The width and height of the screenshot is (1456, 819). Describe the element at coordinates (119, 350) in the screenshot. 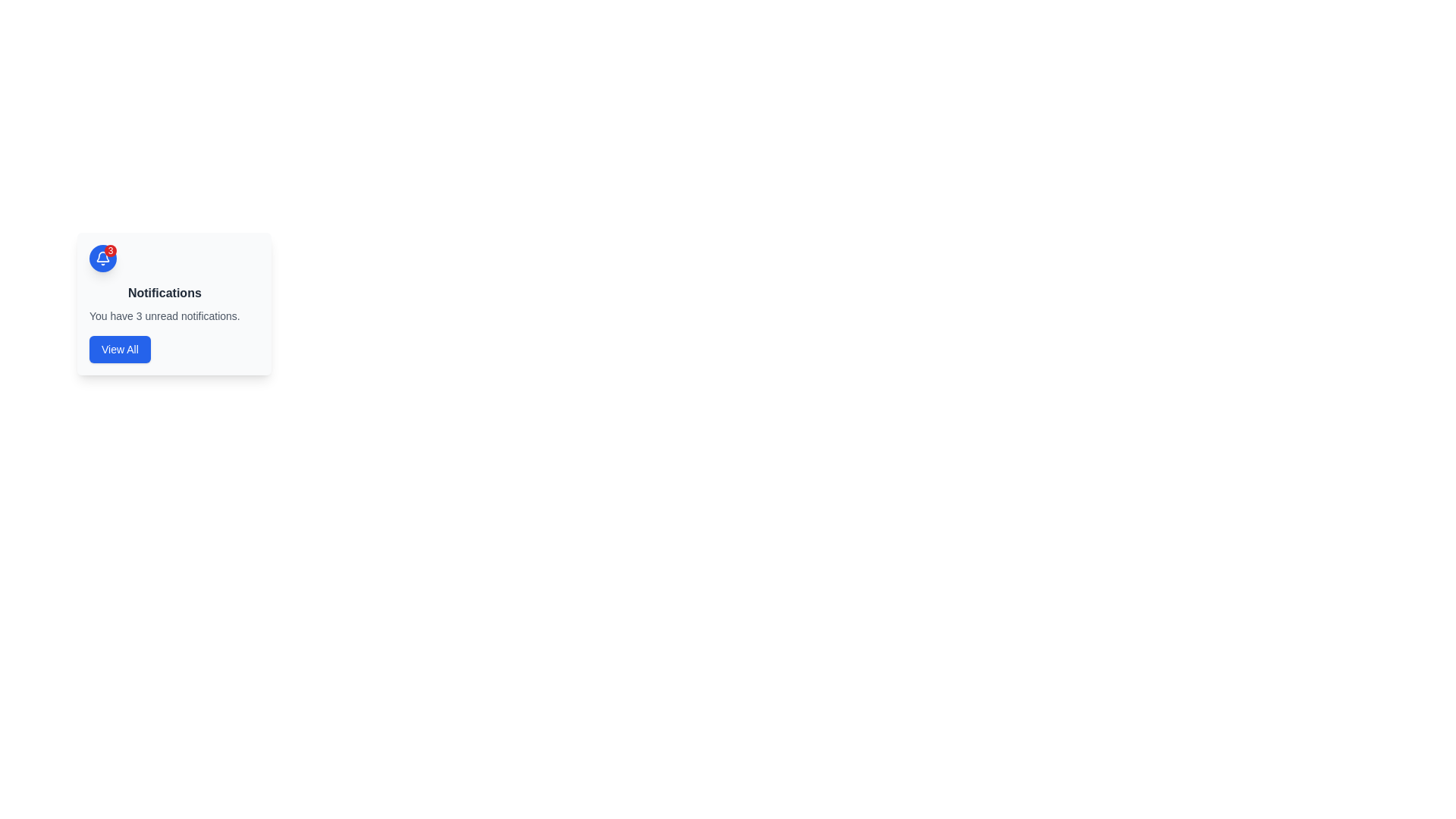

I see `the 'View All Notifications' button located at the bottom of the notification card` at that location.